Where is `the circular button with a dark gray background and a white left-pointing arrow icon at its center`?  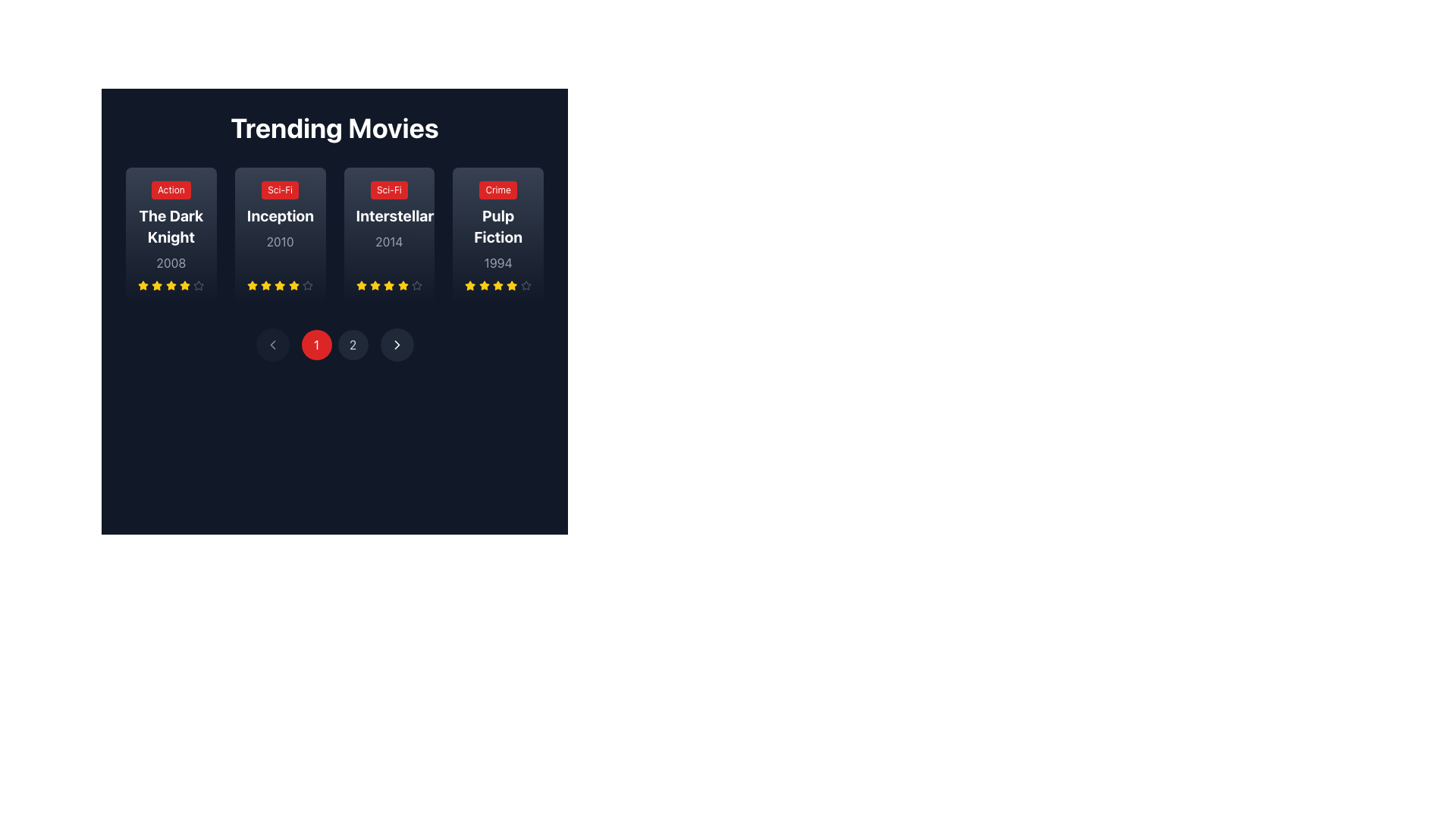
the circular button with a dark gray background and a white left-pointing arrow icon at its center is located at coordinates (272, 344).